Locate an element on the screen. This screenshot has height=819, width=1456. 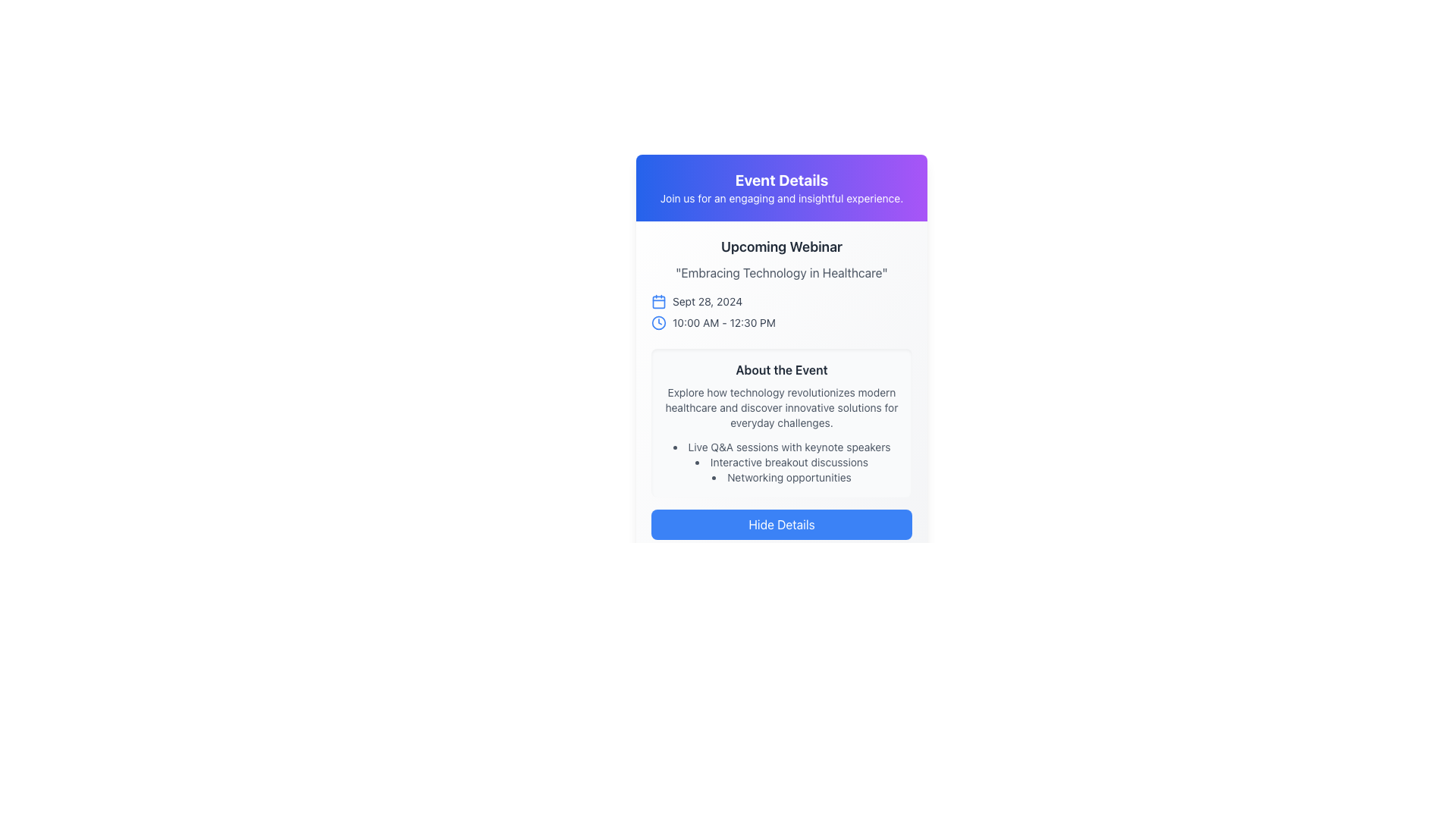
the 'Networking opportunities' bullet point in the list under the 'About the Event' section, which is styled in gray sans-serif font with a black circular bullet point is located at coordinates (782, 476).